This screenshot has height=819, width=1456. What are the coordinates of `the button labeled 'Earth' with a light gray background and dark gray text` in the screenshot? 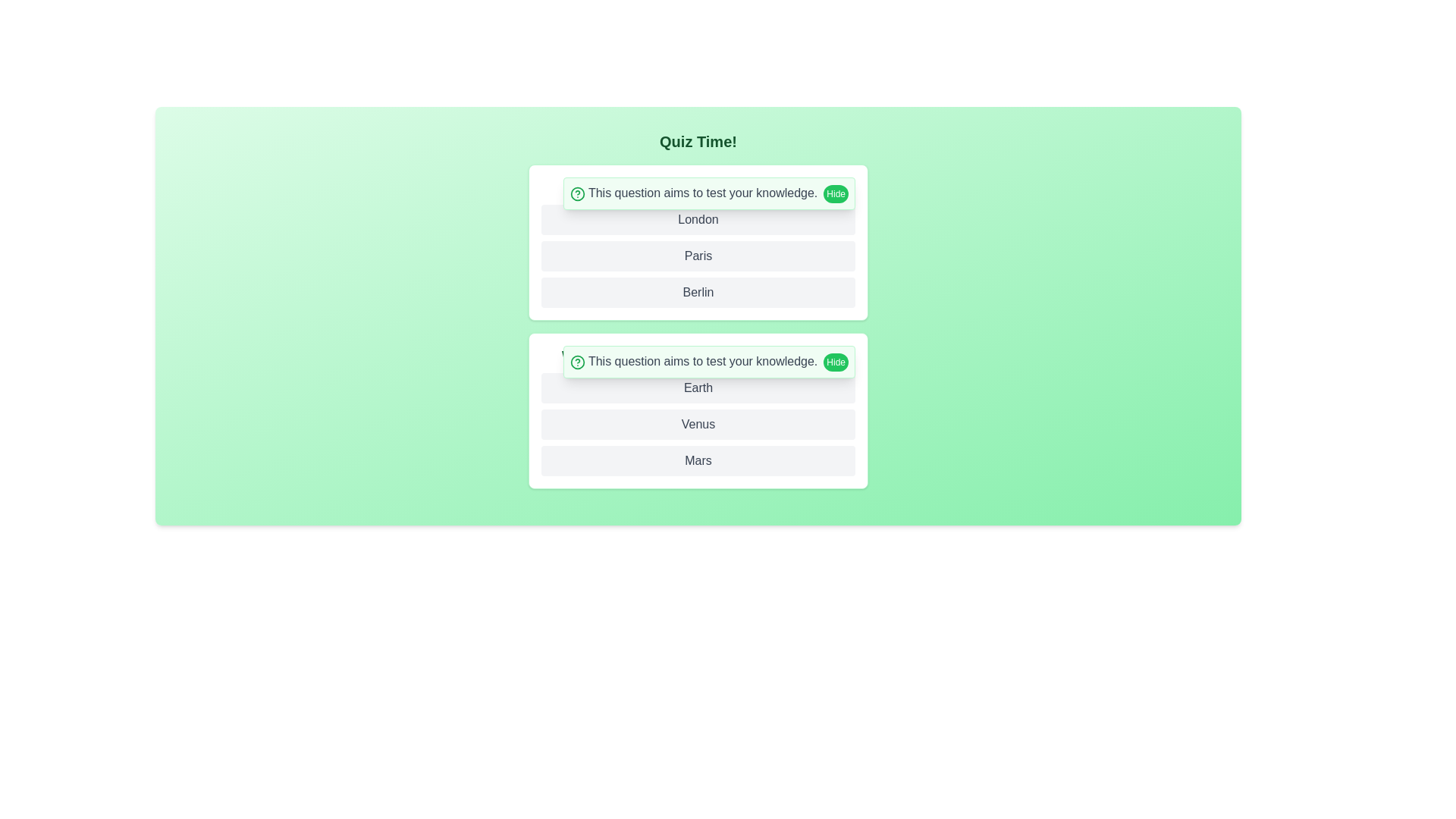 It's located at (698, 388).